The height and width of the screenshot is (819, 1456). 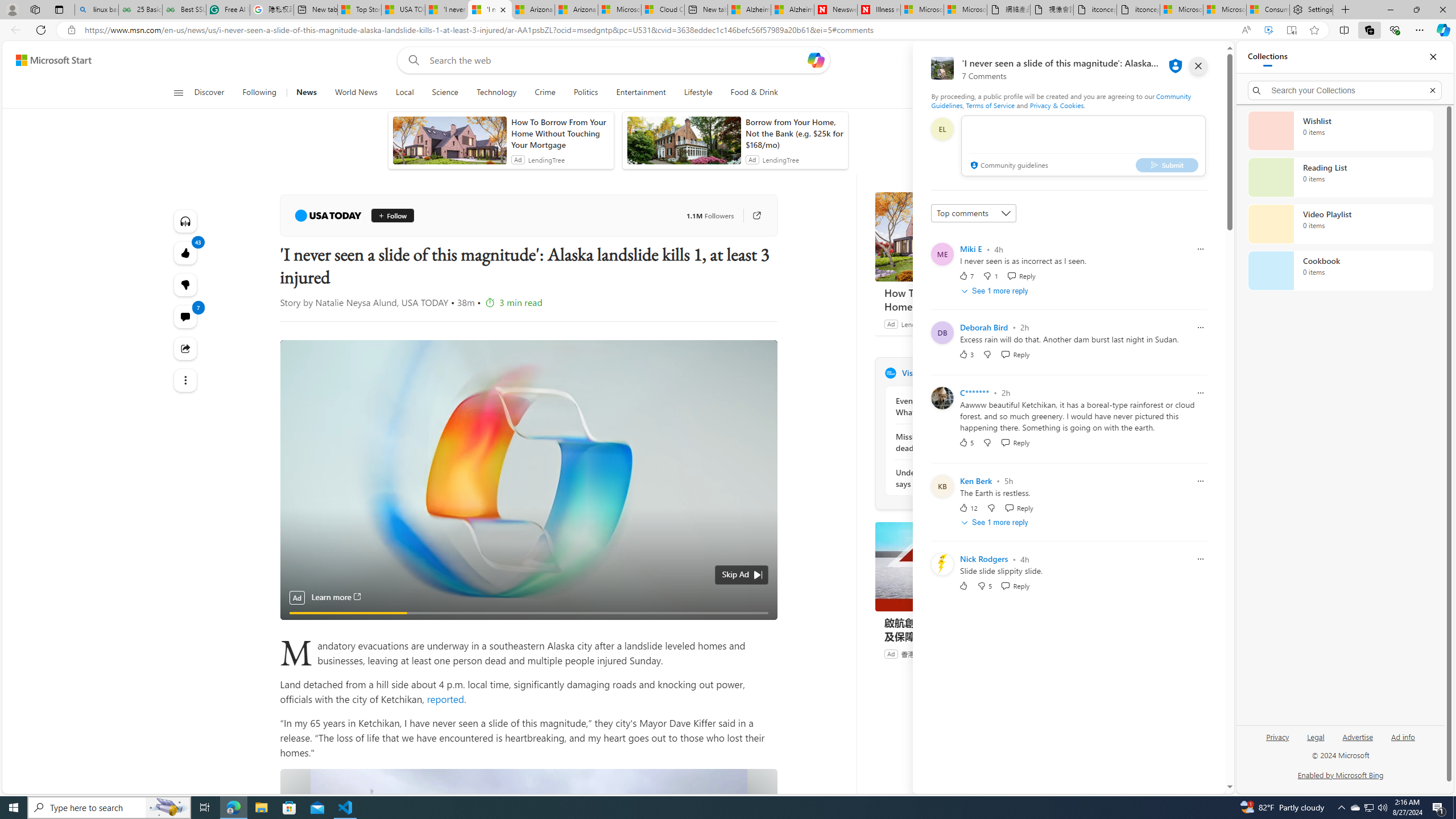 I want to click on 'Pause', so click(x=296, y=606).